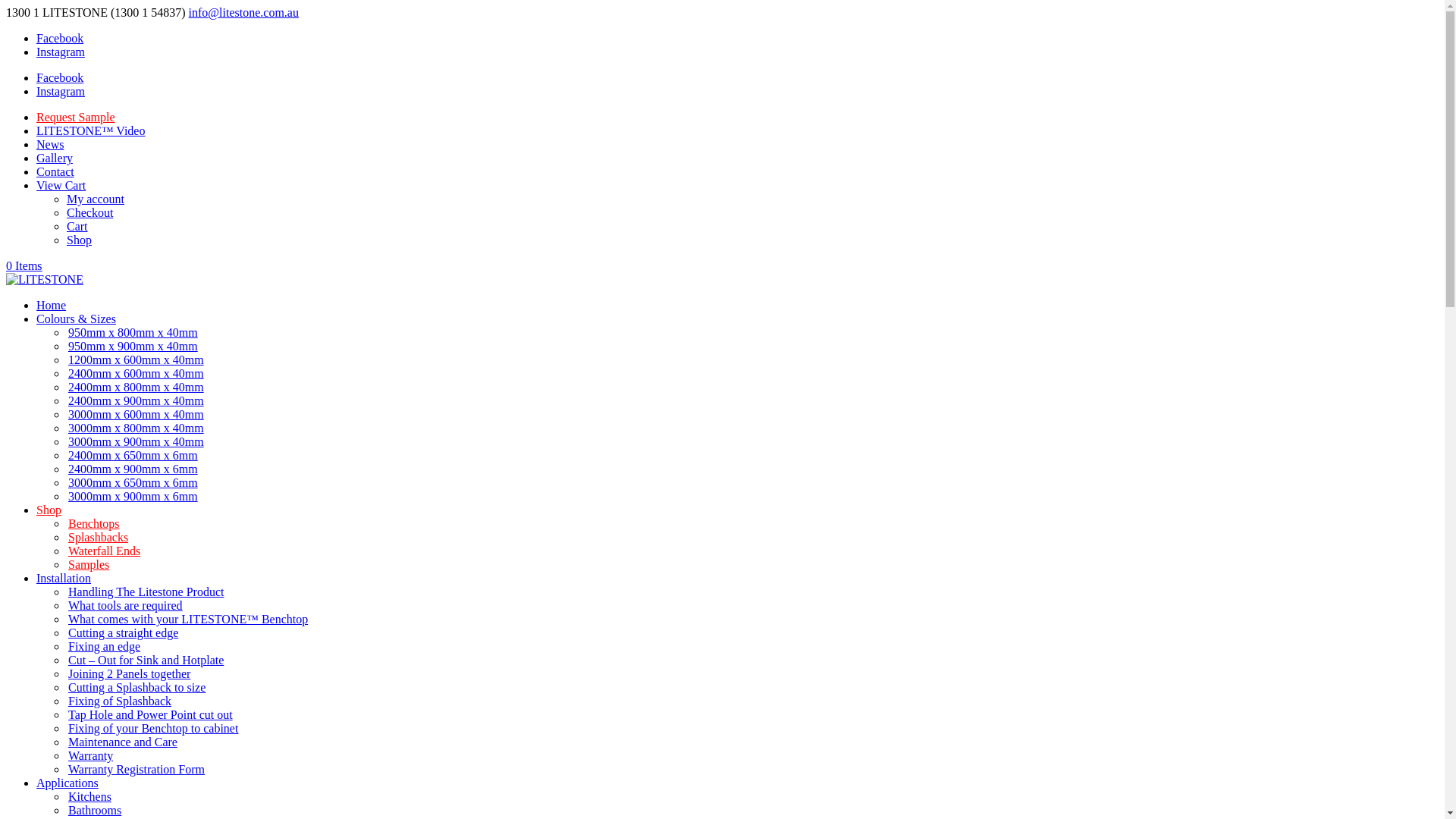  What do you see at coordinates (61, 91) in the screenshot?
I see `'Instagram'` at bounding box center [61, 91].